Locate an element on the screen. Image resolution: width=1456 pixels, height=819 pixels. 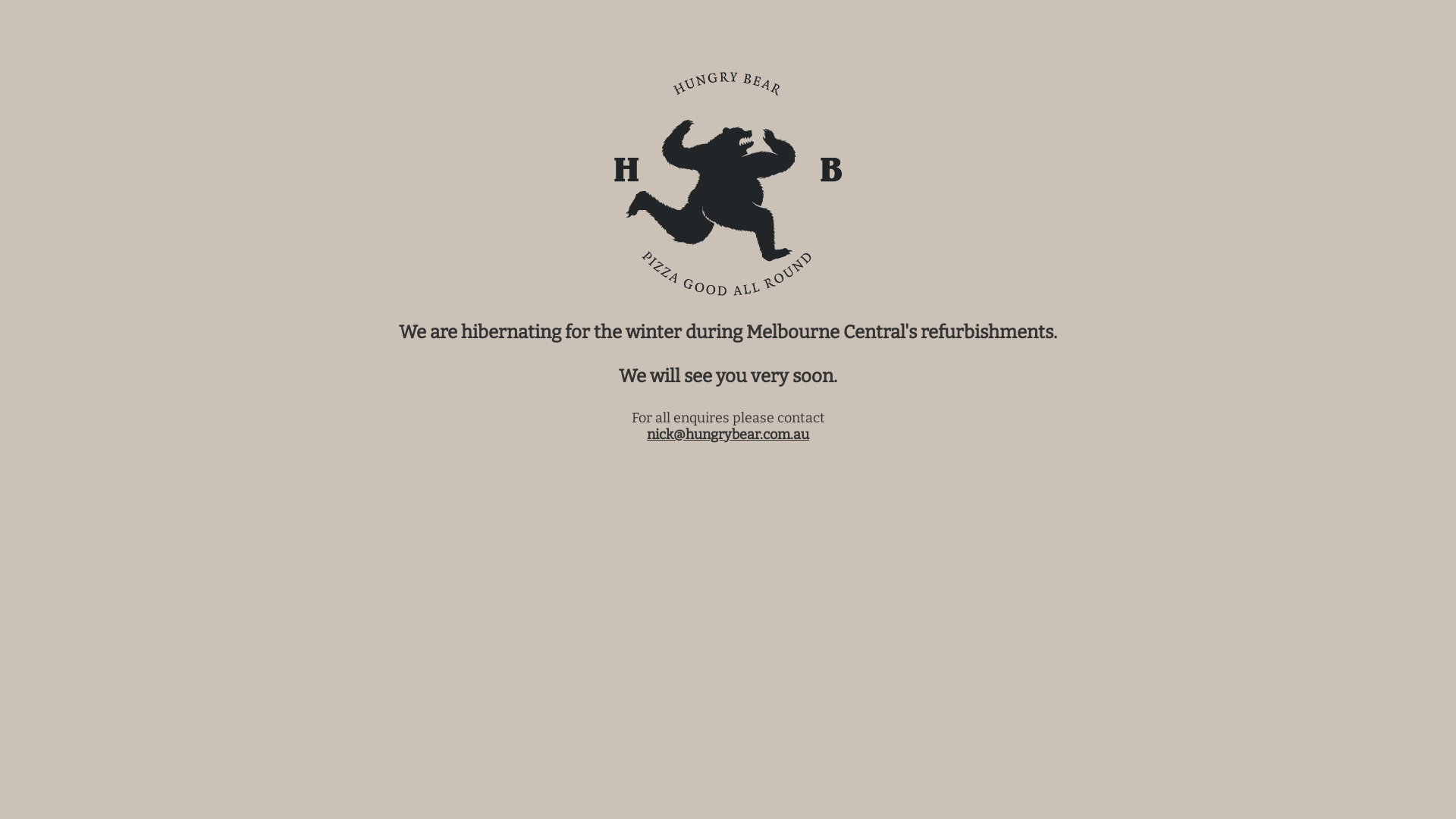
'nick@hungrybear.com.au' is located at coordinates (728, 435).